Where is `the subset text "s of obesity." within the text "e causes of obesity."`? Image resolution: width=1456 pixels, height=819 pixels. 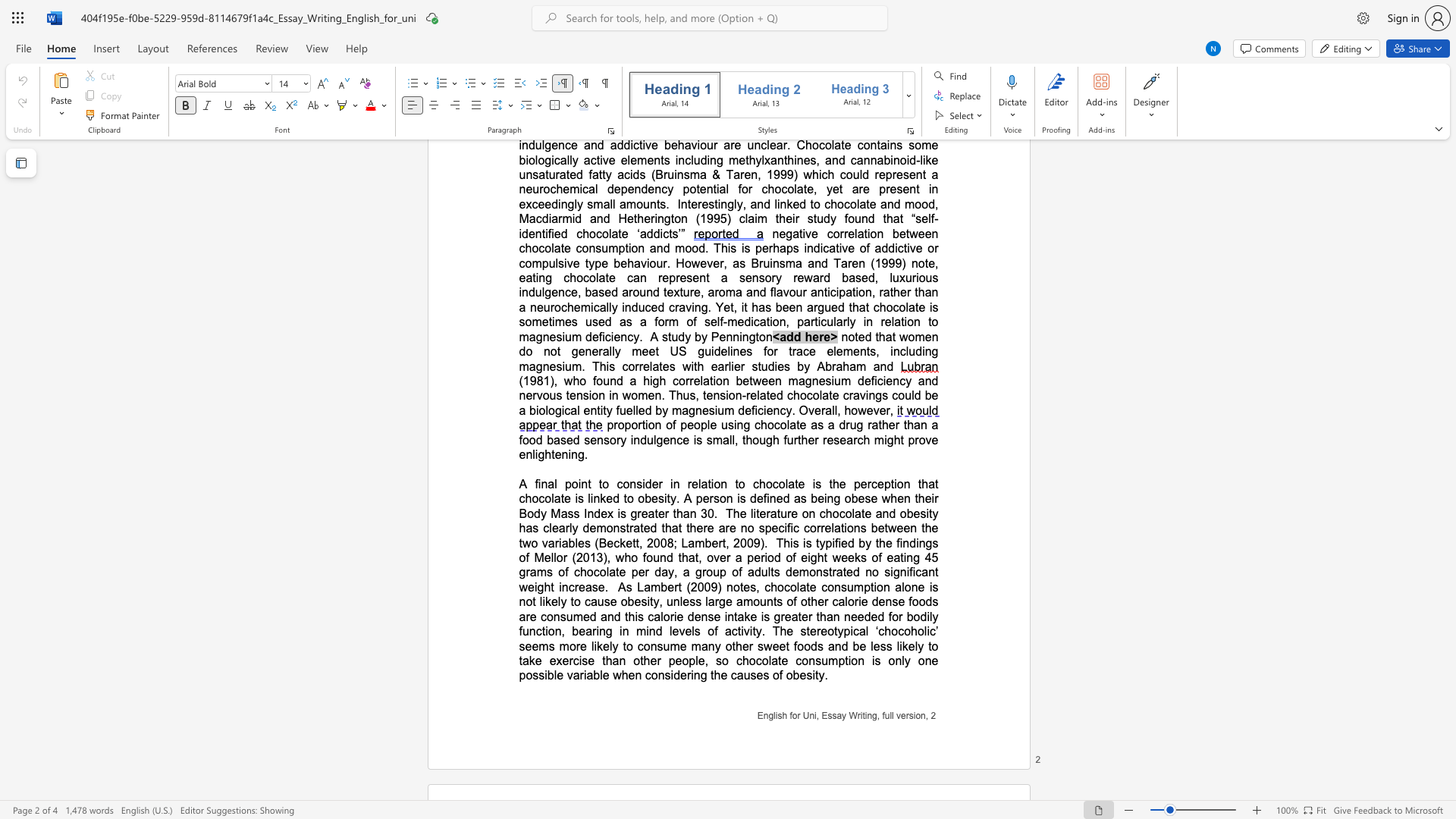 the subset text "s of obesity." within the text "e causes of obesity." is located at coordinates (763, 674).